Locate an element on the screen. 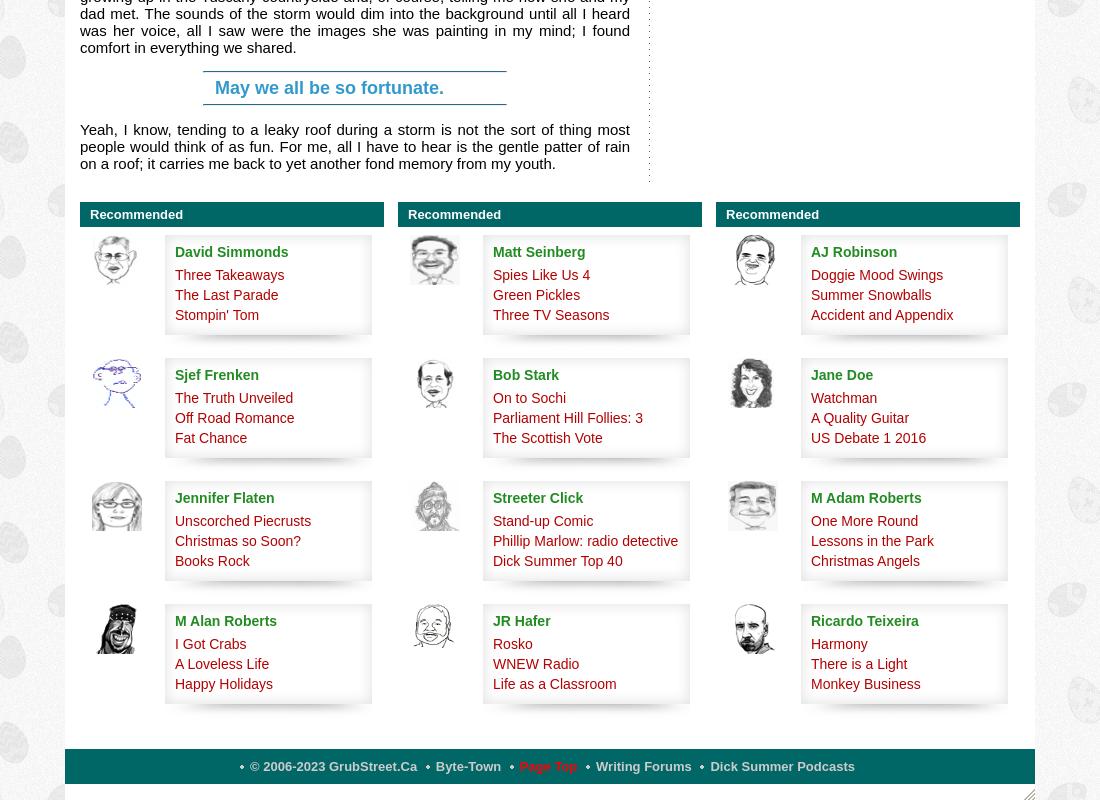  'Sjef Frenken' is located at coordinates (217, 374).